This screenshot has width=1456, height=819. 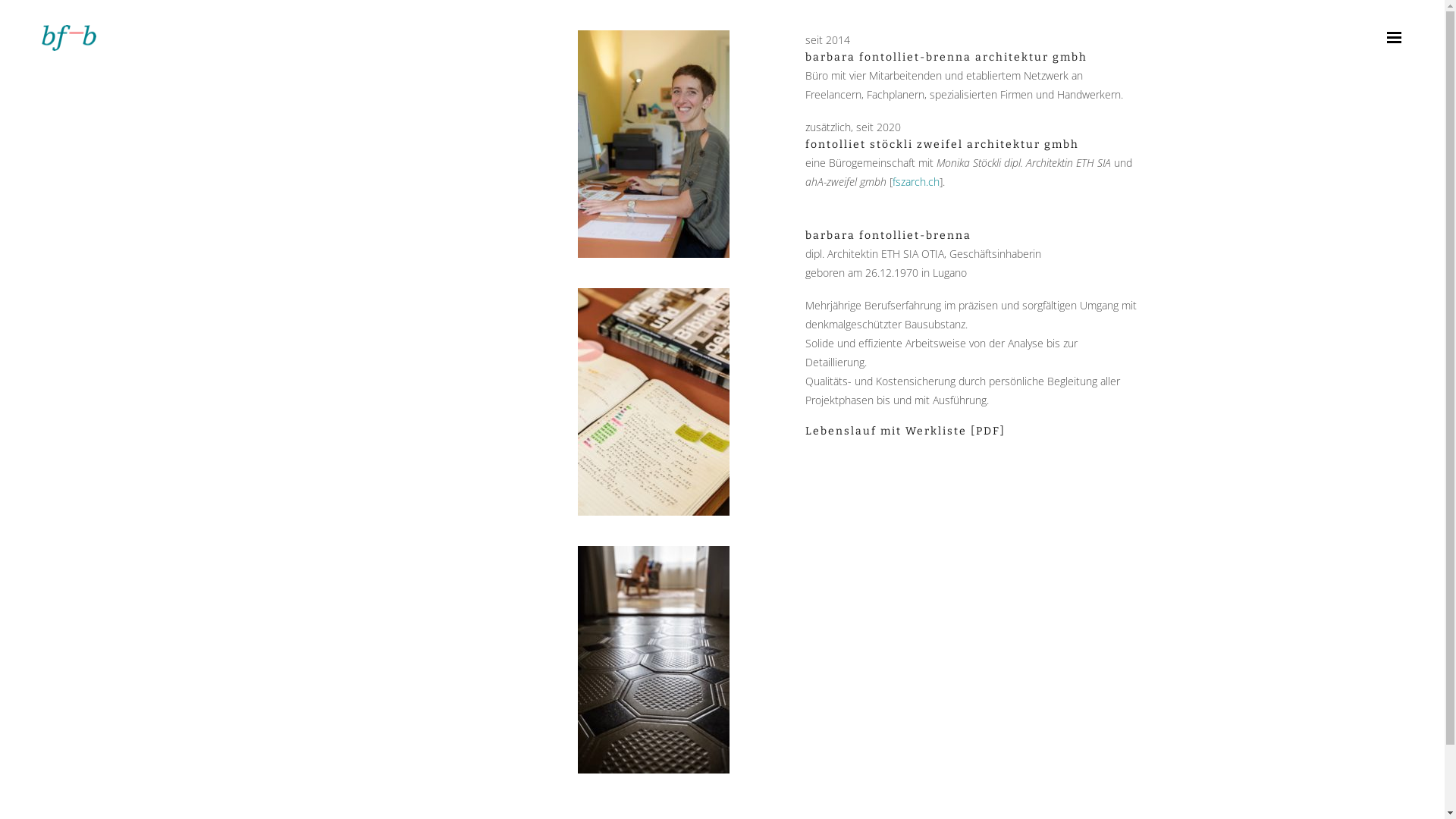 What do you see at coordinates (915, 180) in the screenshot?
I see `'fszarch.ch'` at bounding box center [915, 180].